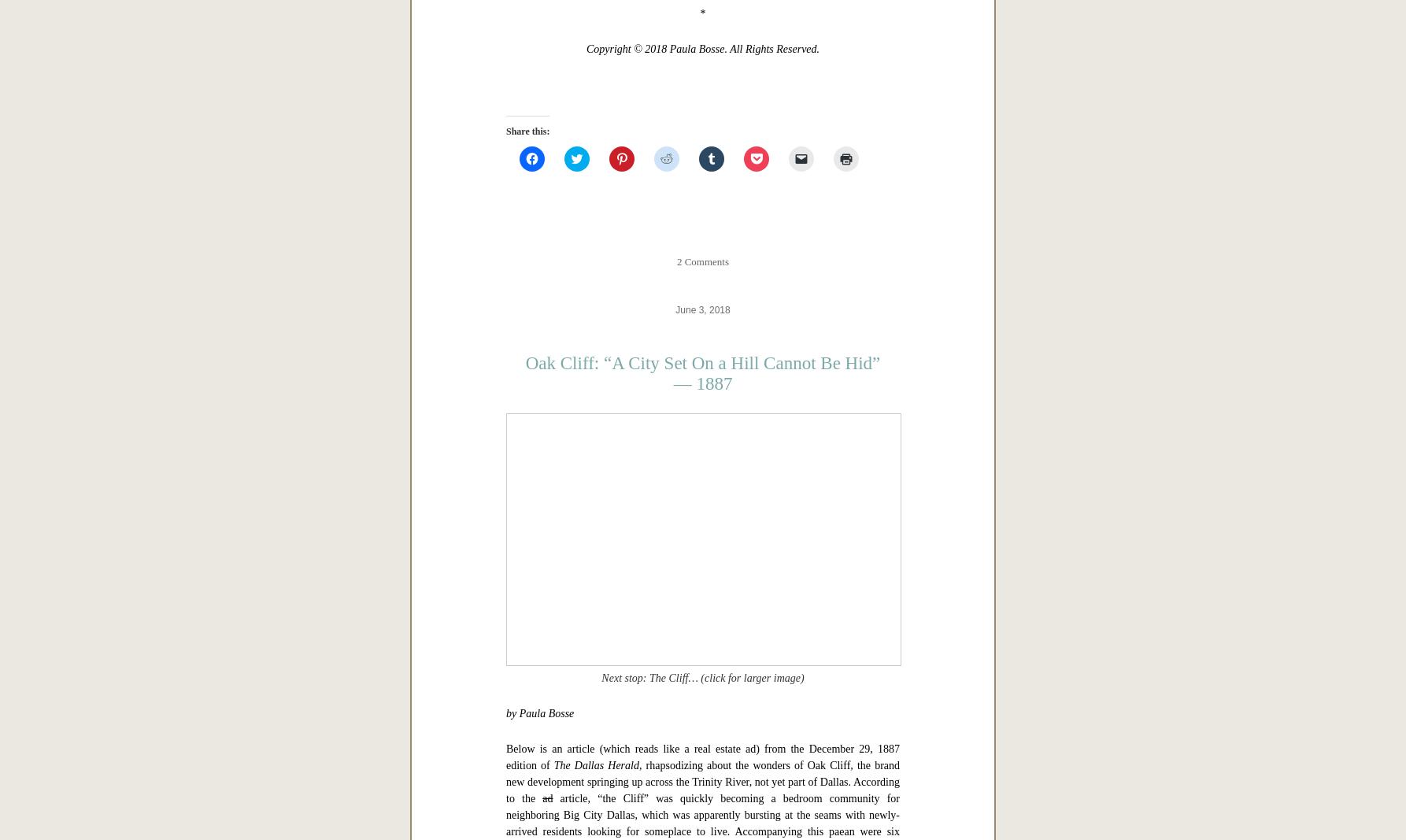 This screenshot has height=840, width=1406. What do you see at coordinates (712, 384) in the screenshot?
I see `'“Dallas in ‘The Western Architect,’ 1914: Skyscrapers and Other Sources of Civic Pride”'` at bounding box center [712, 384].